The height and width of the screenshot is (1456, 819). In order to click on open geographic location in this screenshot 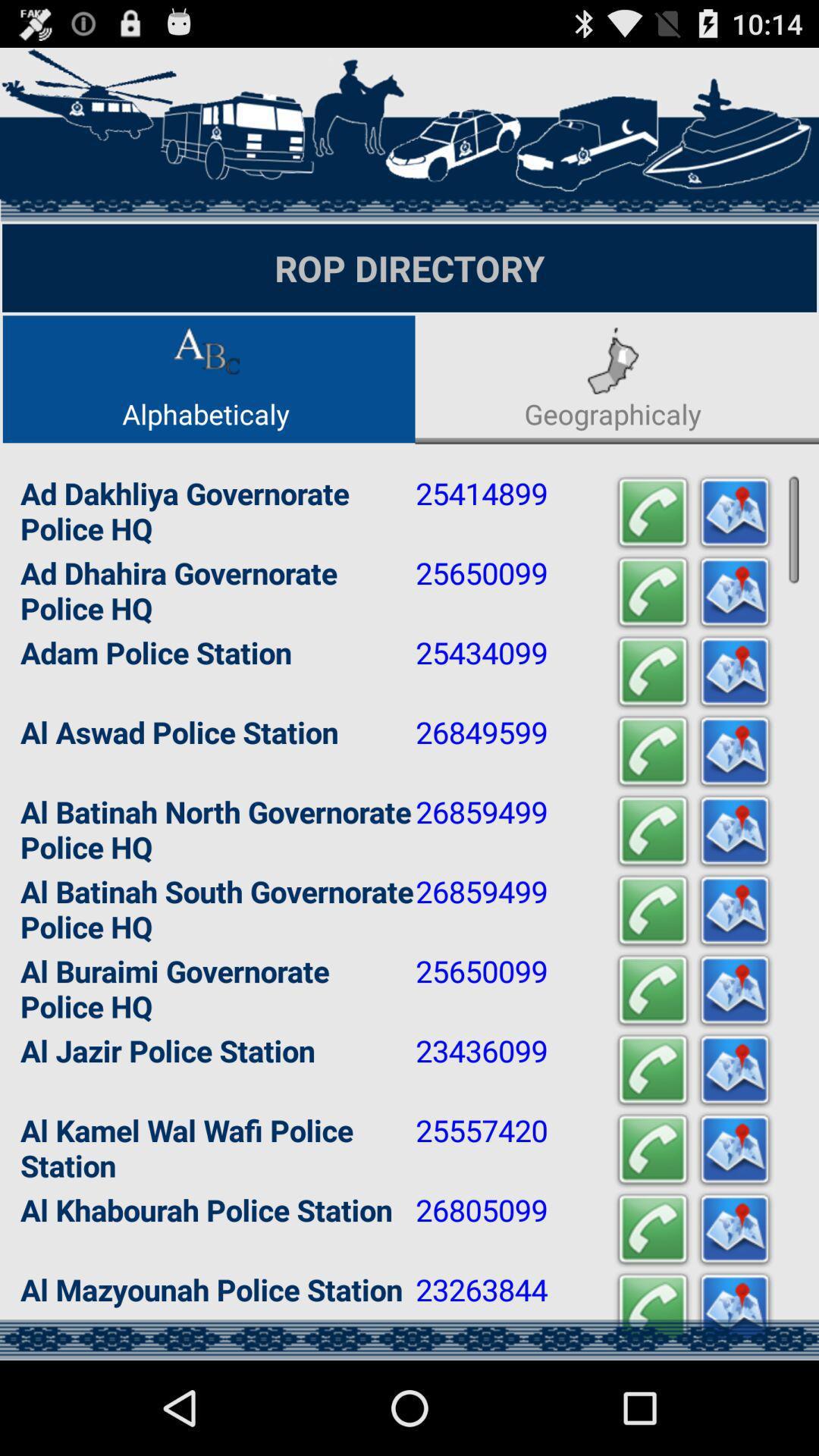, I will do `click(733, 752)`.